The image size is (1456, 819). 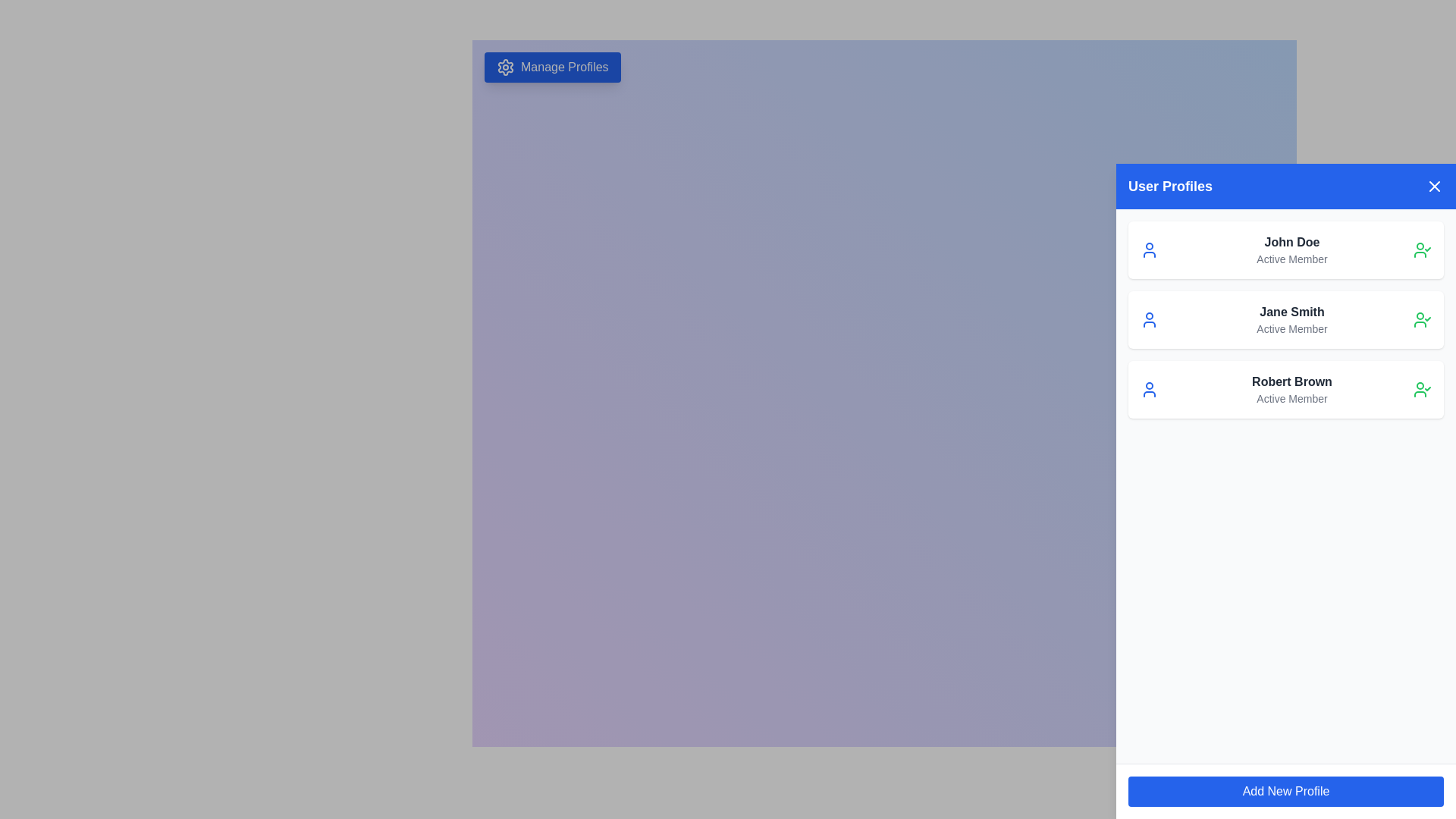 What do you see at coordinates (1291, 242) in the screenshot?
I see `text content of the label displaying 'John Doe', which is positioned at the top of the user profiles list` at bounding box center [1291, 242].